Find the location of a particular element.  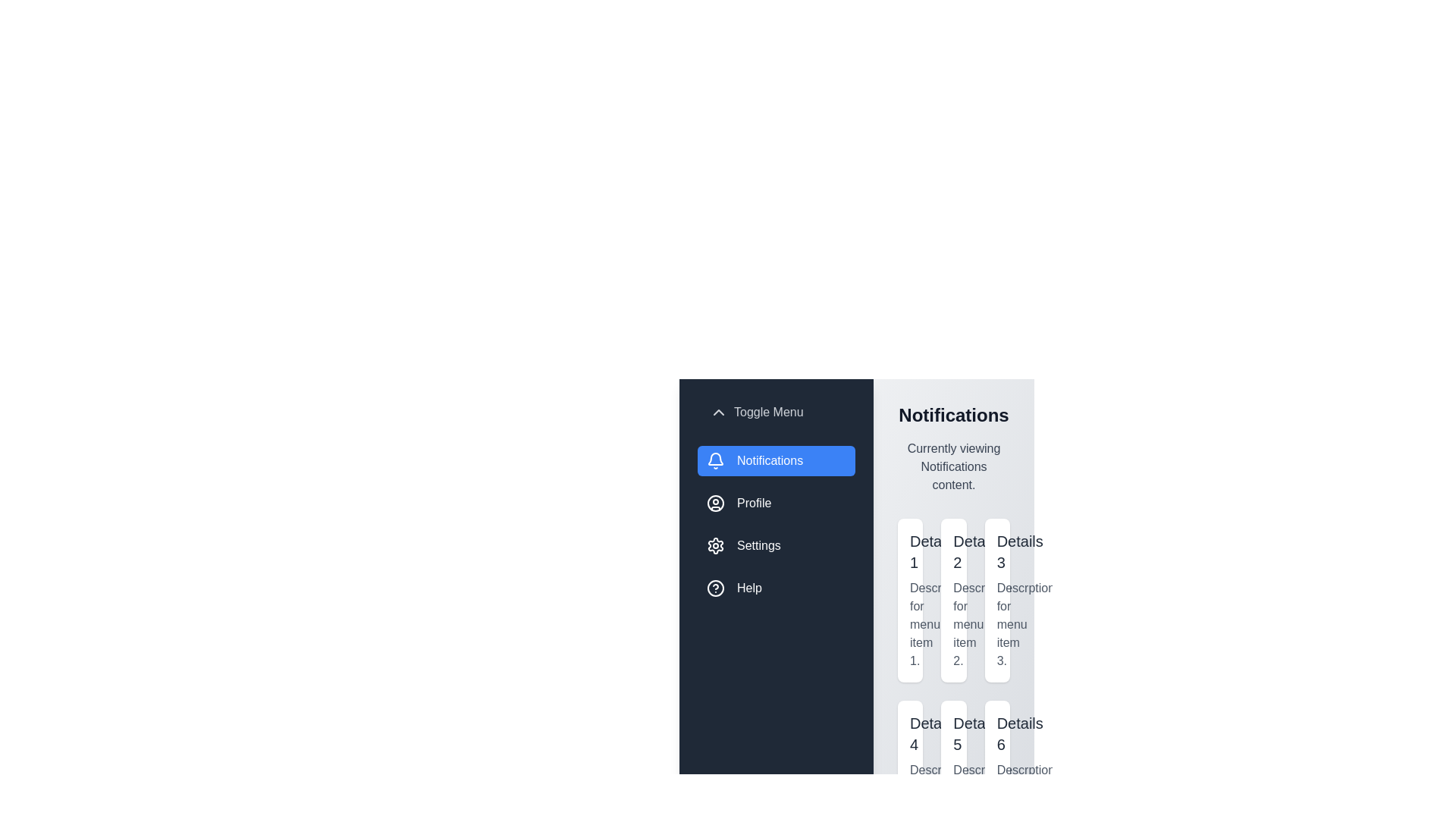

the menu item Notifications to switch the active content is located at coordinates (776, 460).